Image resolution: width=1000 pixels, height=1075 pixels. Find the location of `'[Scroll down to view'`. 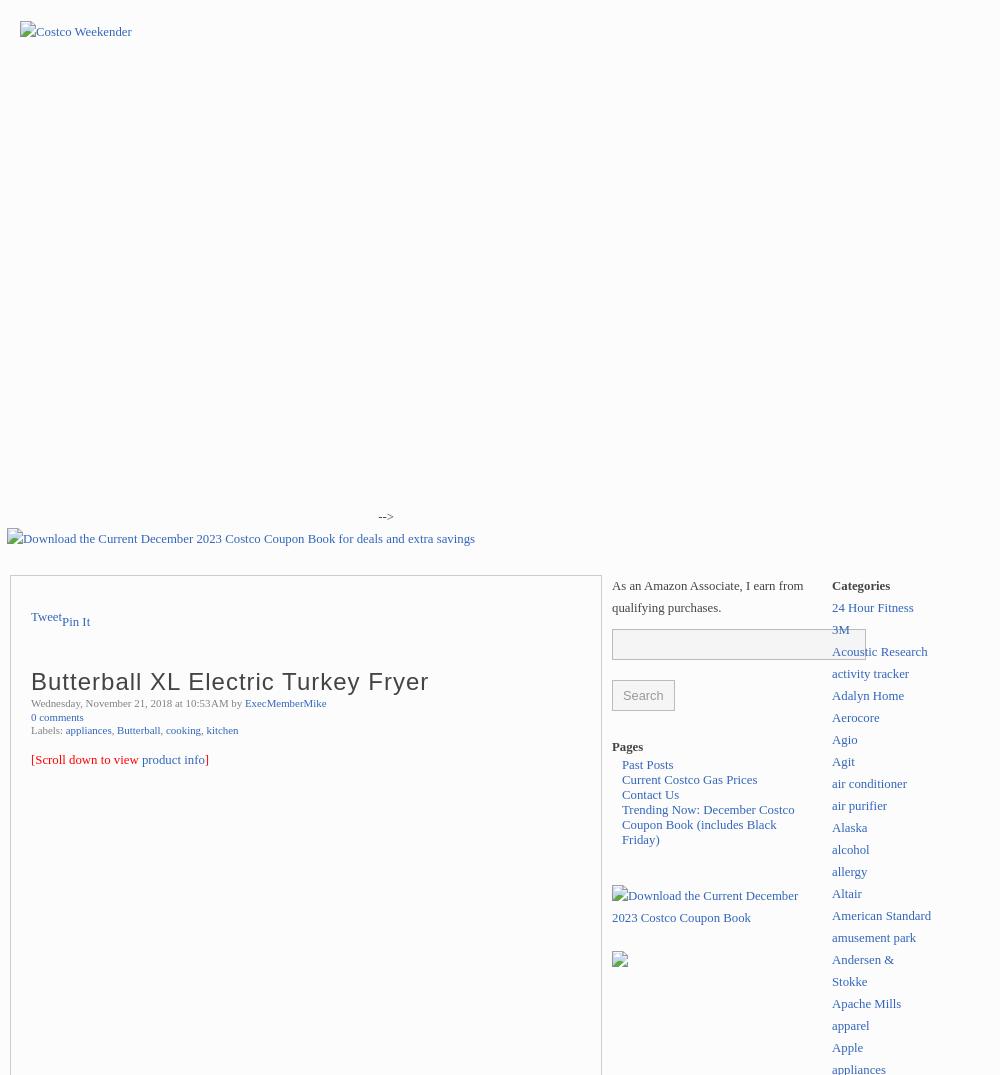

'[Scroll down to view' is located at coordinates (85, 758).